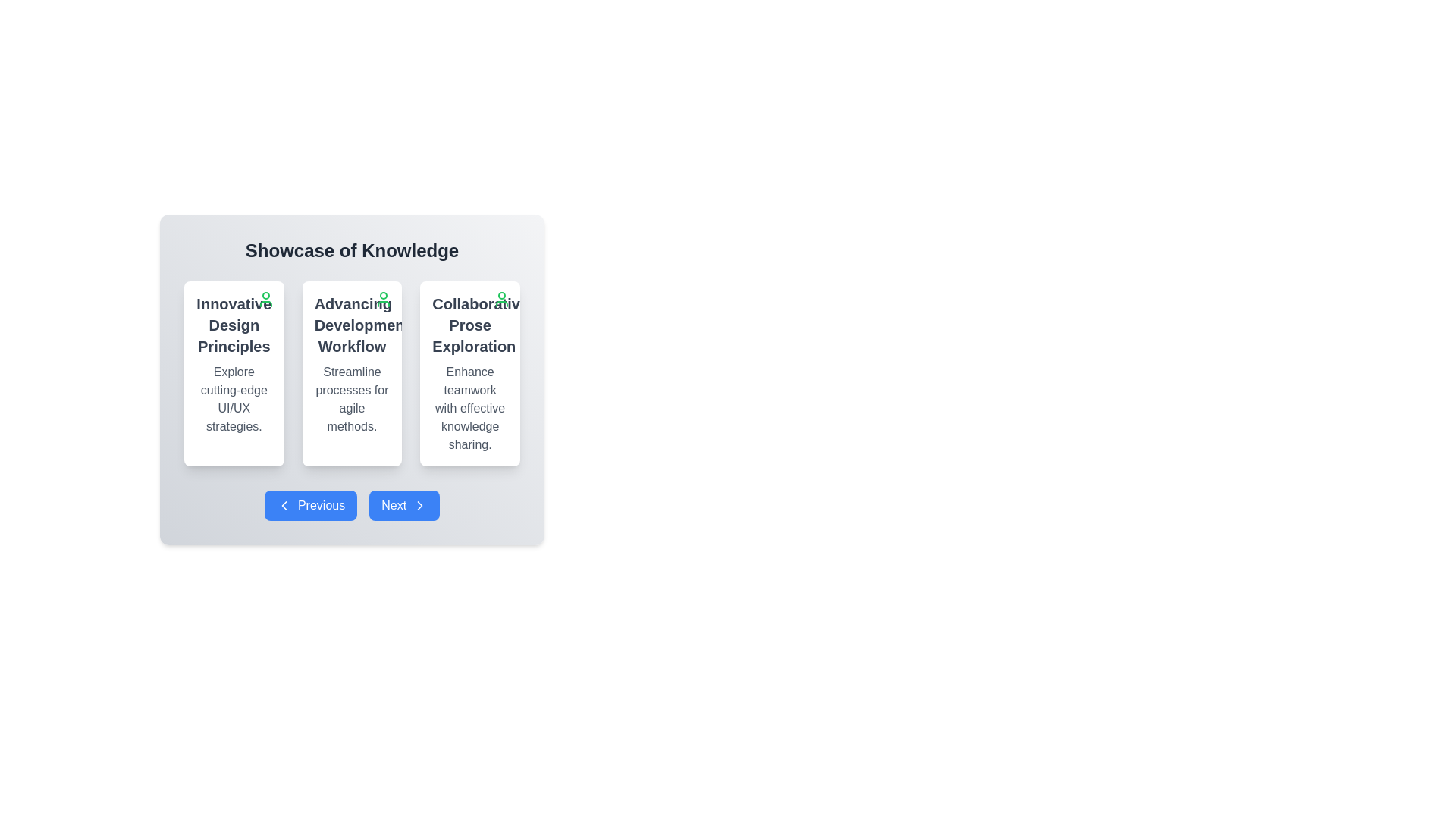 The image size is (1456, 819). I want to click on the 'Previous' and 'Next' buttons in the Navigation Panel, so click(351, 506).